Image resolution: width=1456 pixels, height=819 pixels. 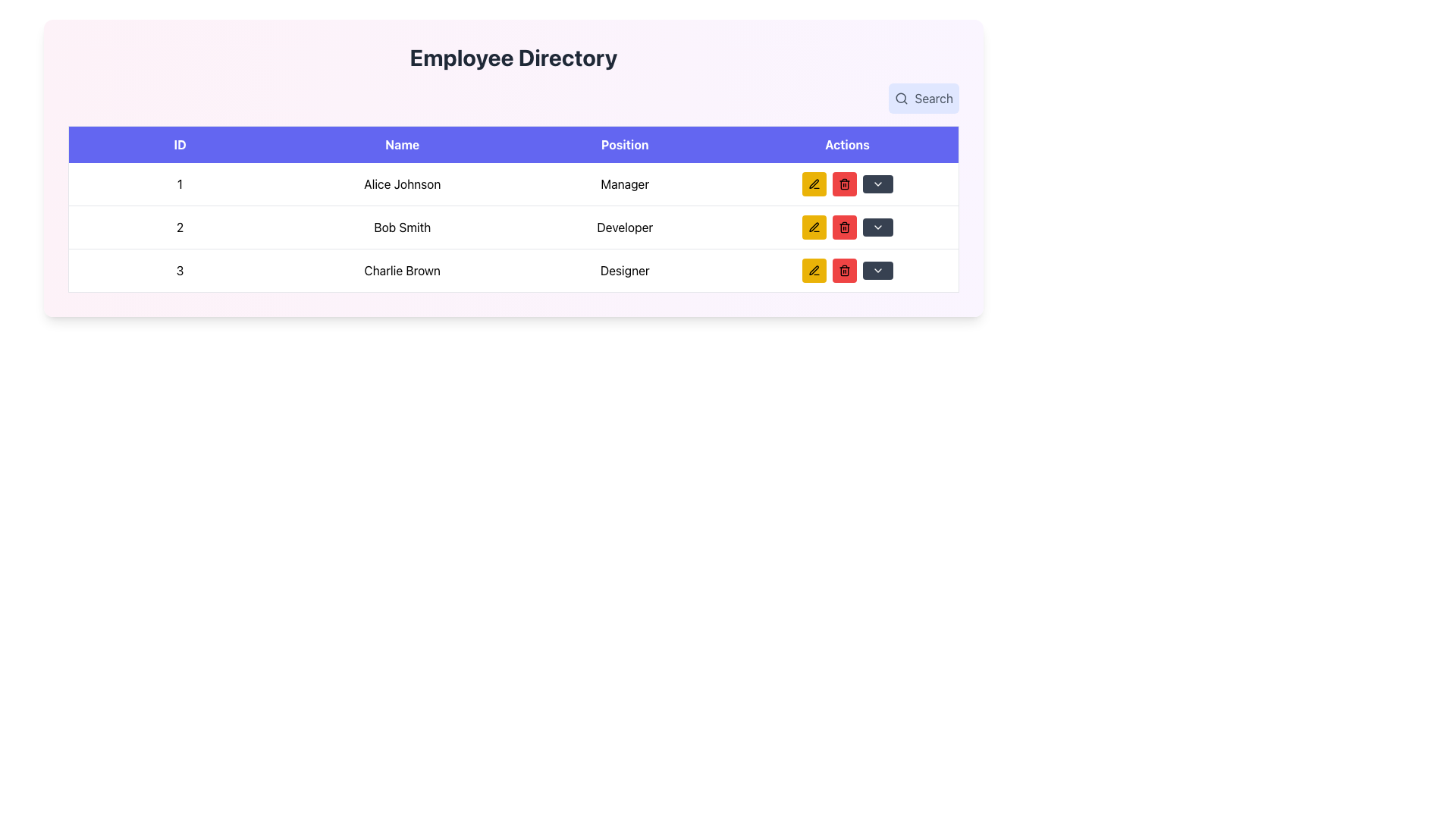 I want to click on the search icon, which is a simple magnifying glass design located within the 'Search' button, so click(x=902, y=99).